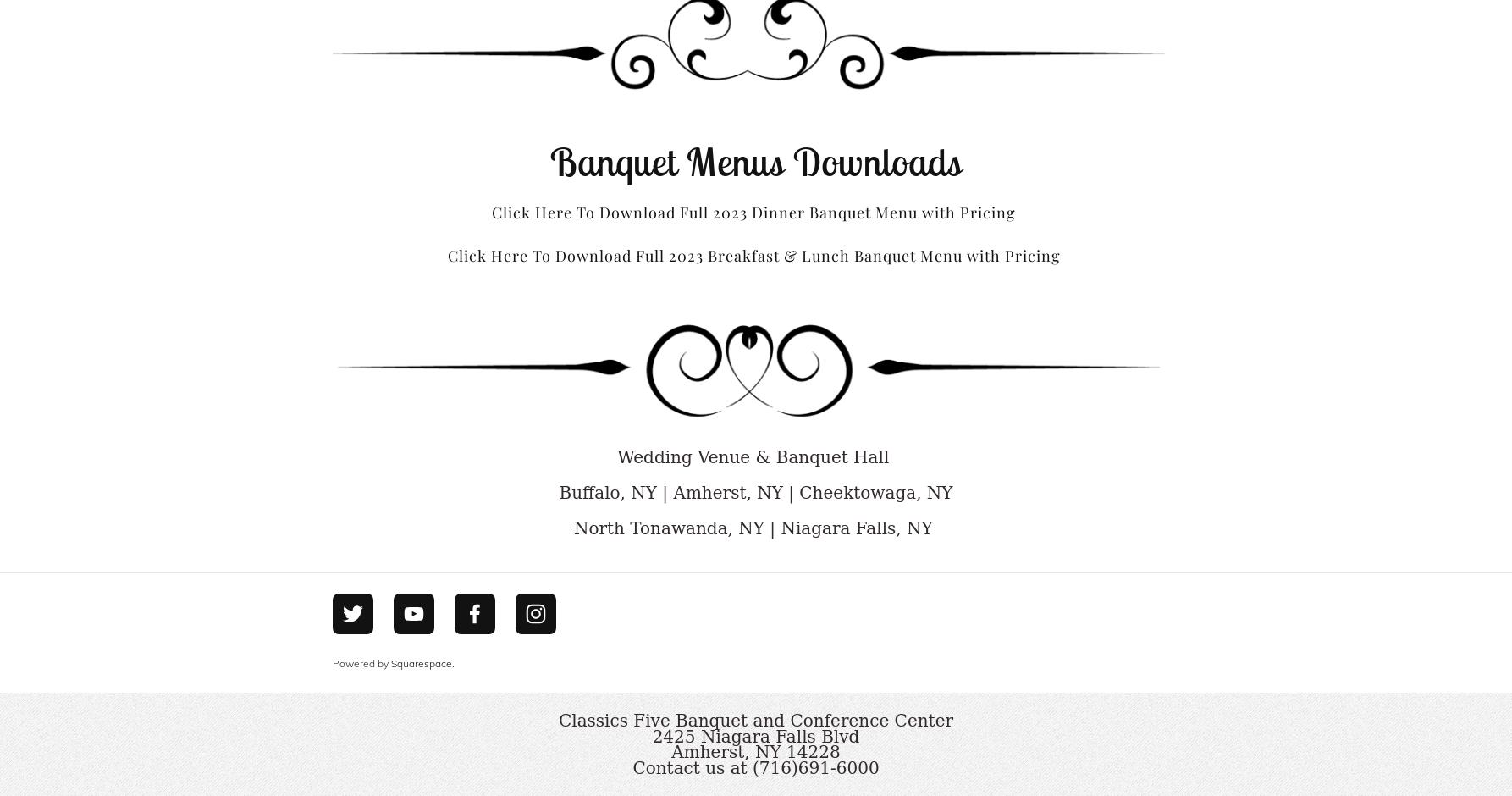  What do you see at coordinates (361, 661) in the screenshot?
I see `'Powered by'` at bounding box center [361, 661].